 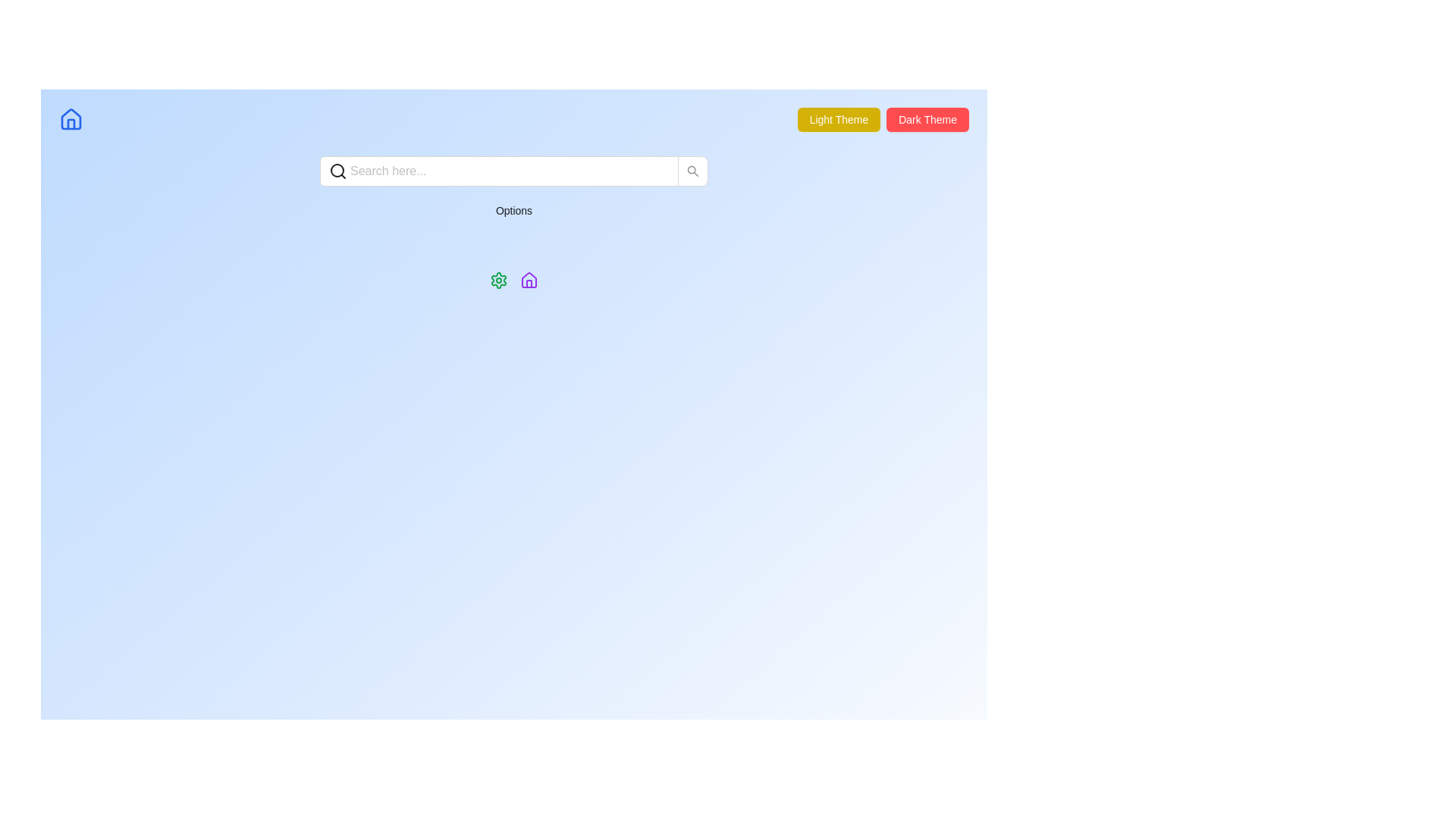 What do you see at coordinates (692, 171) in the screenshot?
I see `the search icon located at the far-right end of the search bar` at bounding box center [692, 171].